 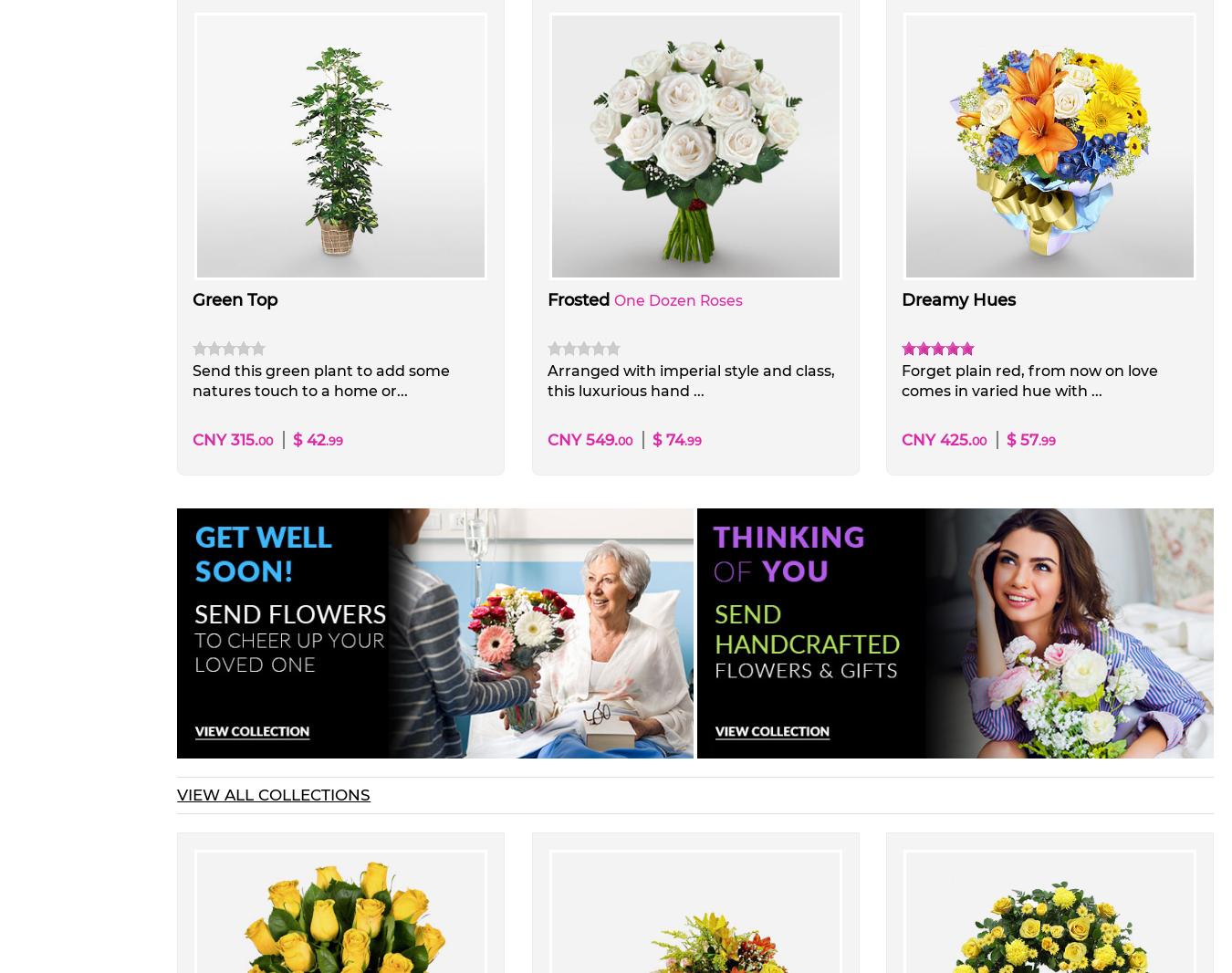 What do you see at coordinates (899, 440) in the screenshot?
I see `'CNY 425.'` at bounding box center [899, 440].